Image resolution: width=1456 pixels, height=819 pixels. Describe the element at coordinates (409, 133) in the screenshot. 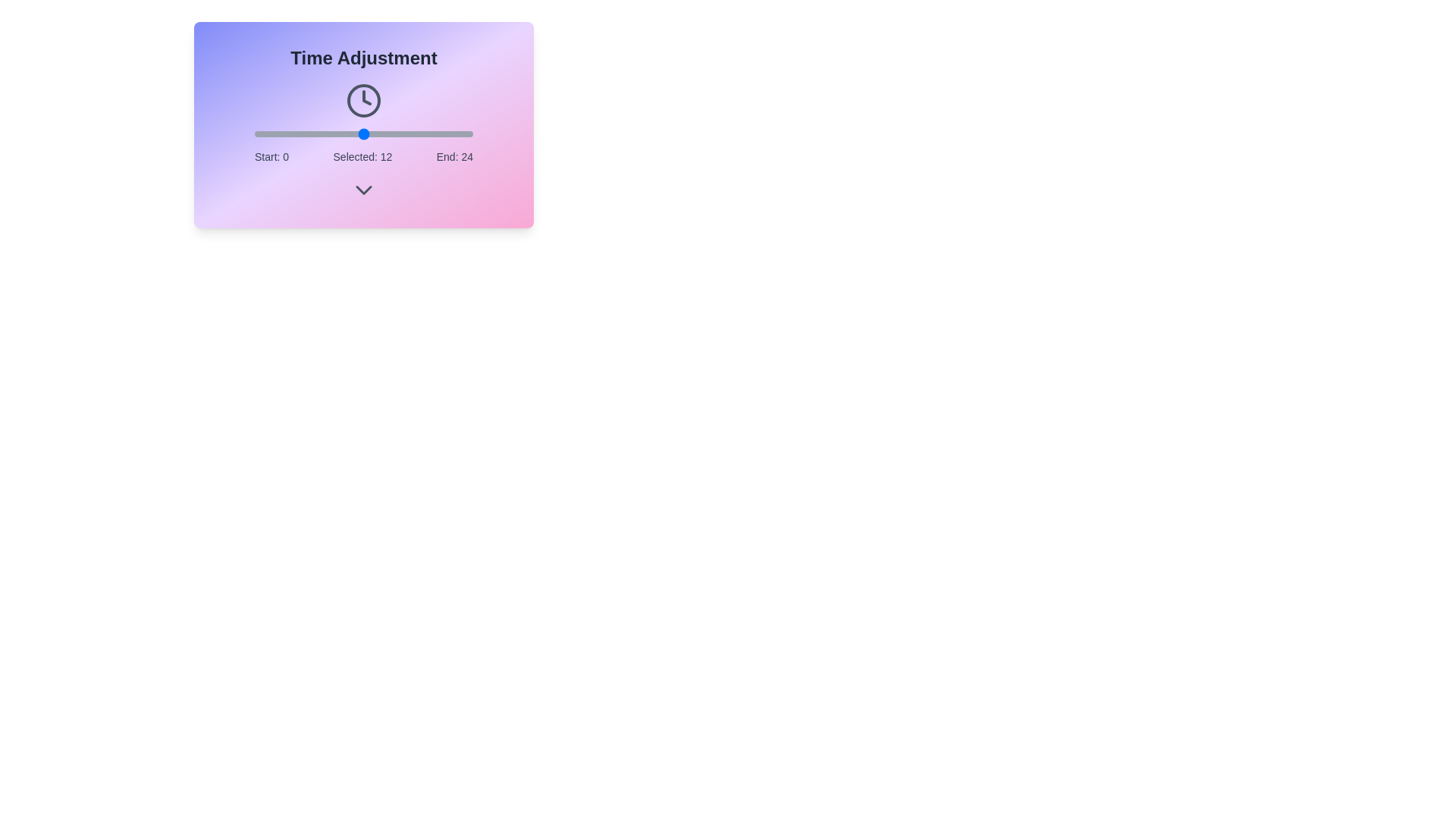

I see `the time slider to 17` at that location.